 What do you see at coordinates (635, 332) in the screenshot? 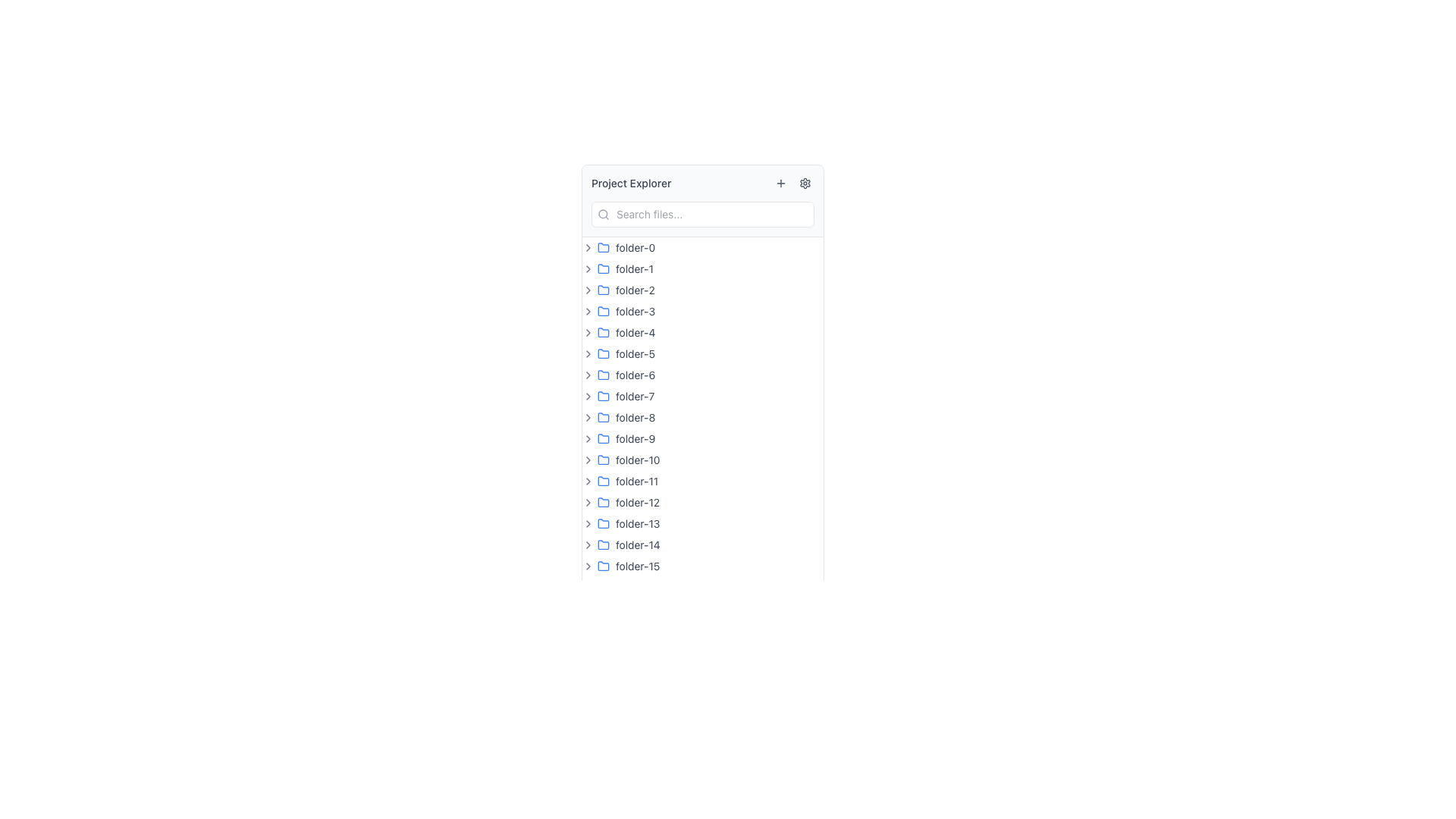
I see `the text label displaying 'folder-4' in gray color, which is the fifth item in the 'Project Explorer' list` at bounding box center [635, 332].